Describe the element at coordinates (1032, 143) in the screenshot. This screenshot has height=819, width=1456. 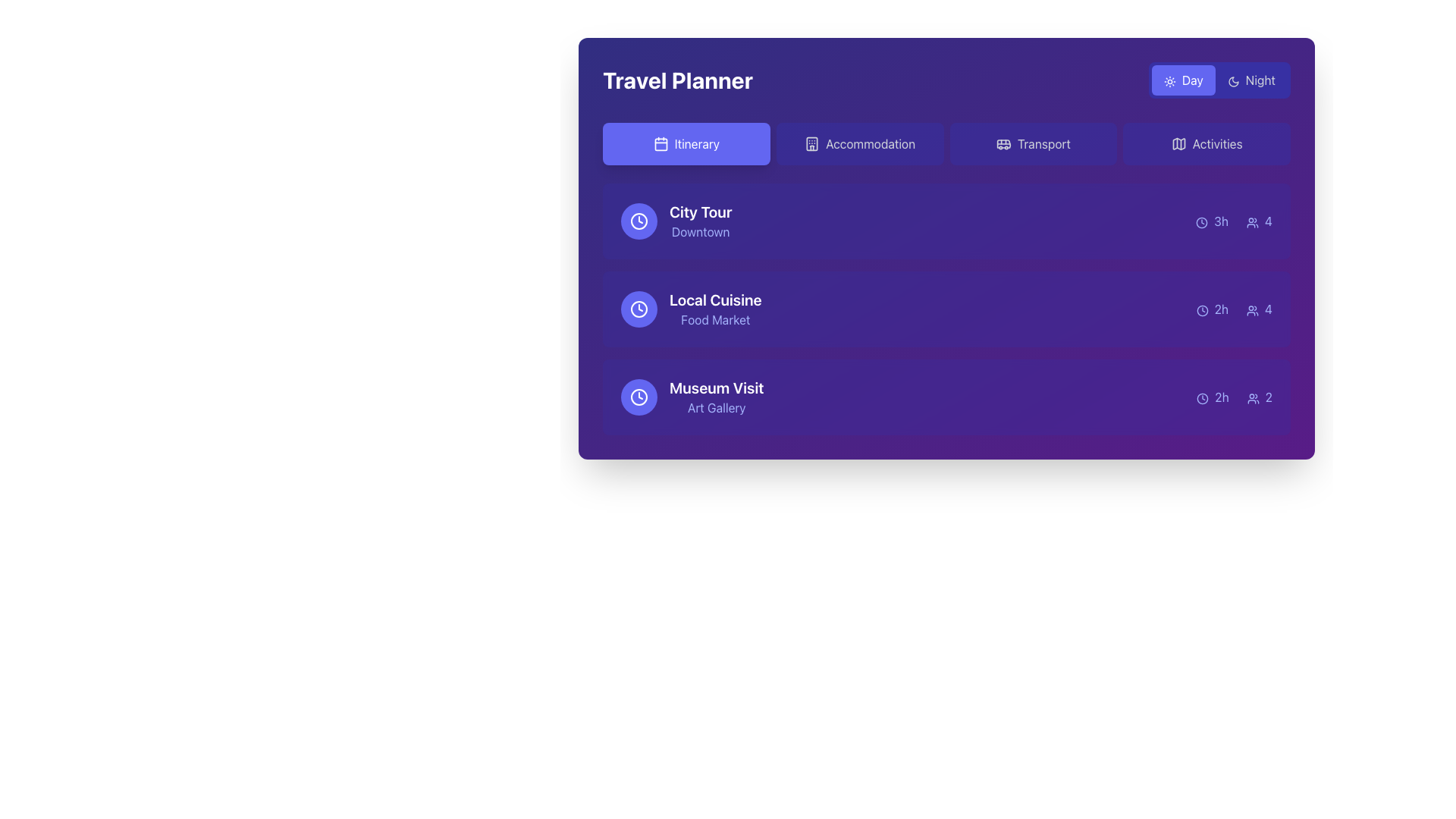
I see `the 'Transport' button, which is the third button from the left in a row of four buttons at the top of the interface, featuring a purple background and a bus icon` at that location.